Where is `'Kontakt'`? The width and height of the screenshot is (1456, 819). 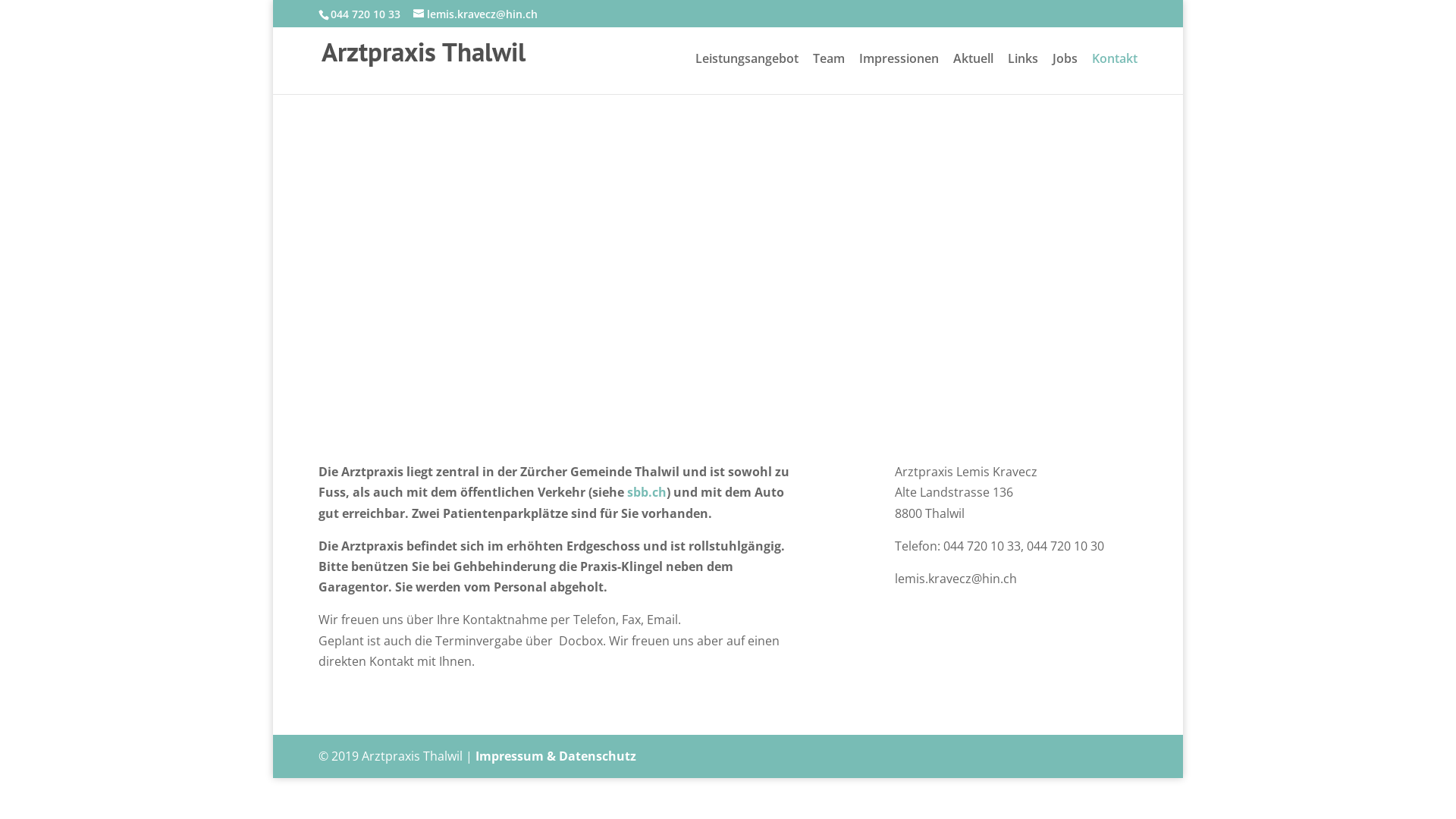 'Kontakt' is located at coordinates (1092, 73).